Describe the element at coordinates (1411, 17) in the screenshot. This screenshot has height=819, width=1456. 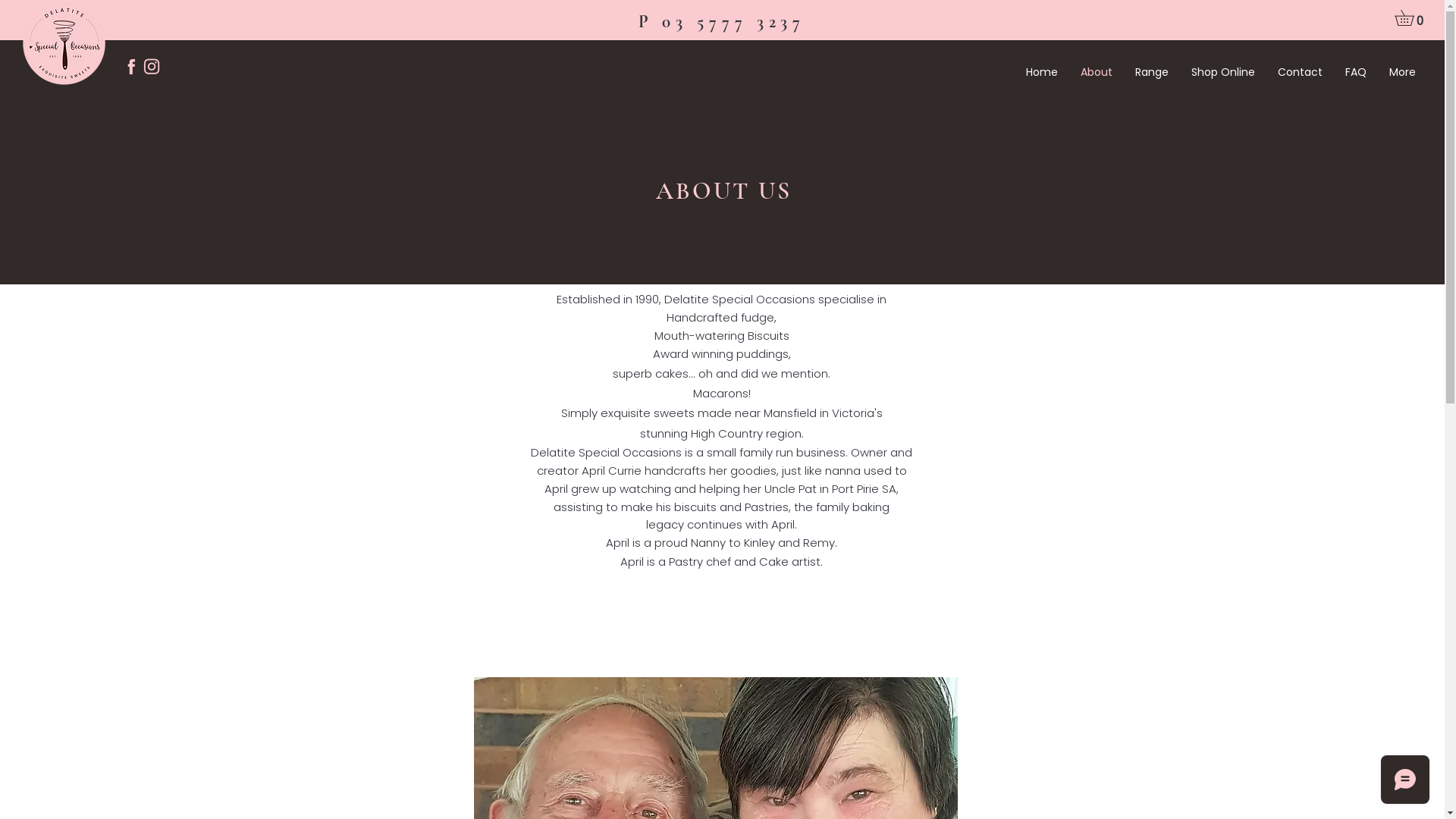
I see `'0'` at that location.